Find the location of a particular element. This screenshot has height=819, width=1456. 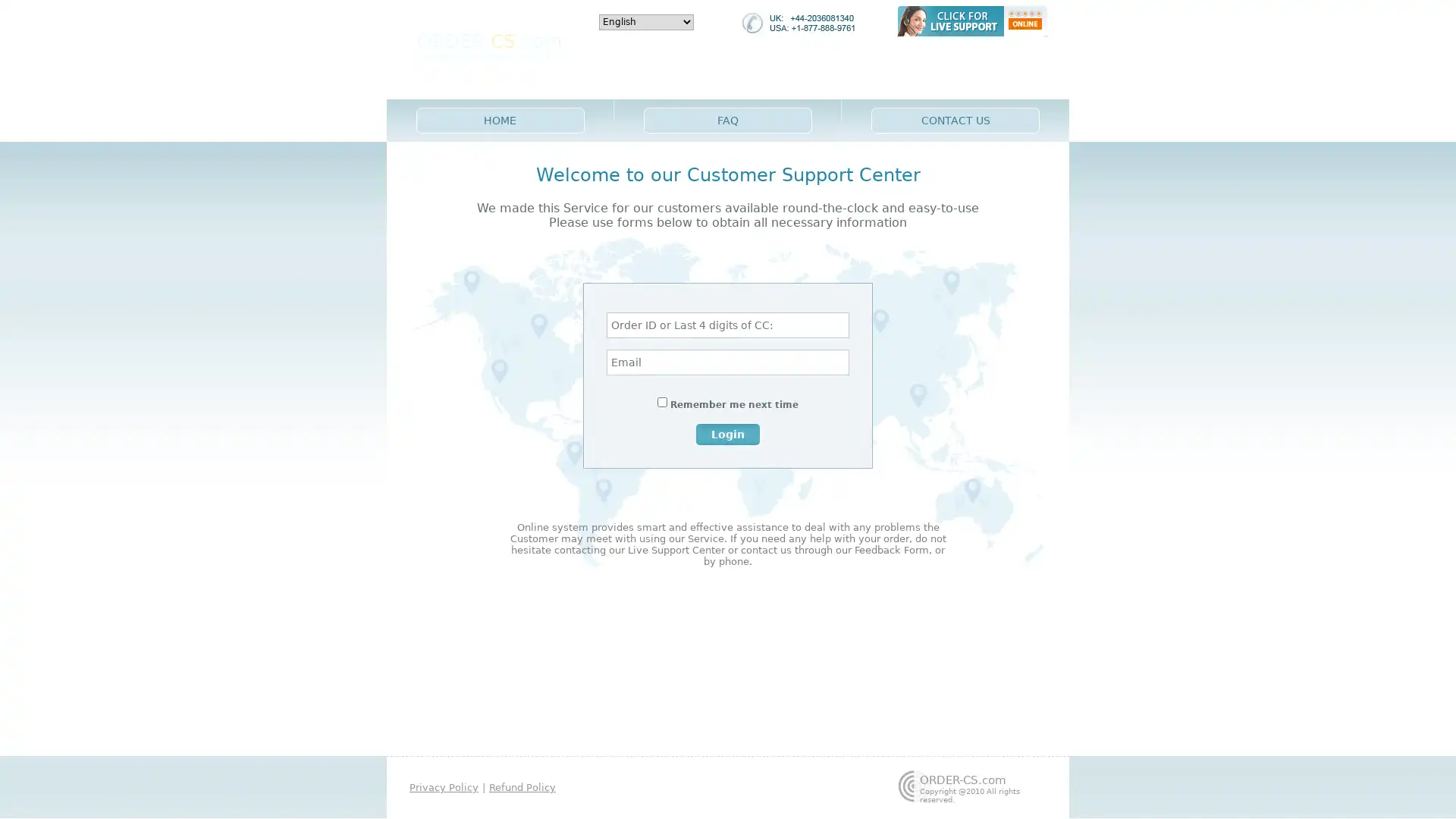

Login is located at coordinates (728, 433).